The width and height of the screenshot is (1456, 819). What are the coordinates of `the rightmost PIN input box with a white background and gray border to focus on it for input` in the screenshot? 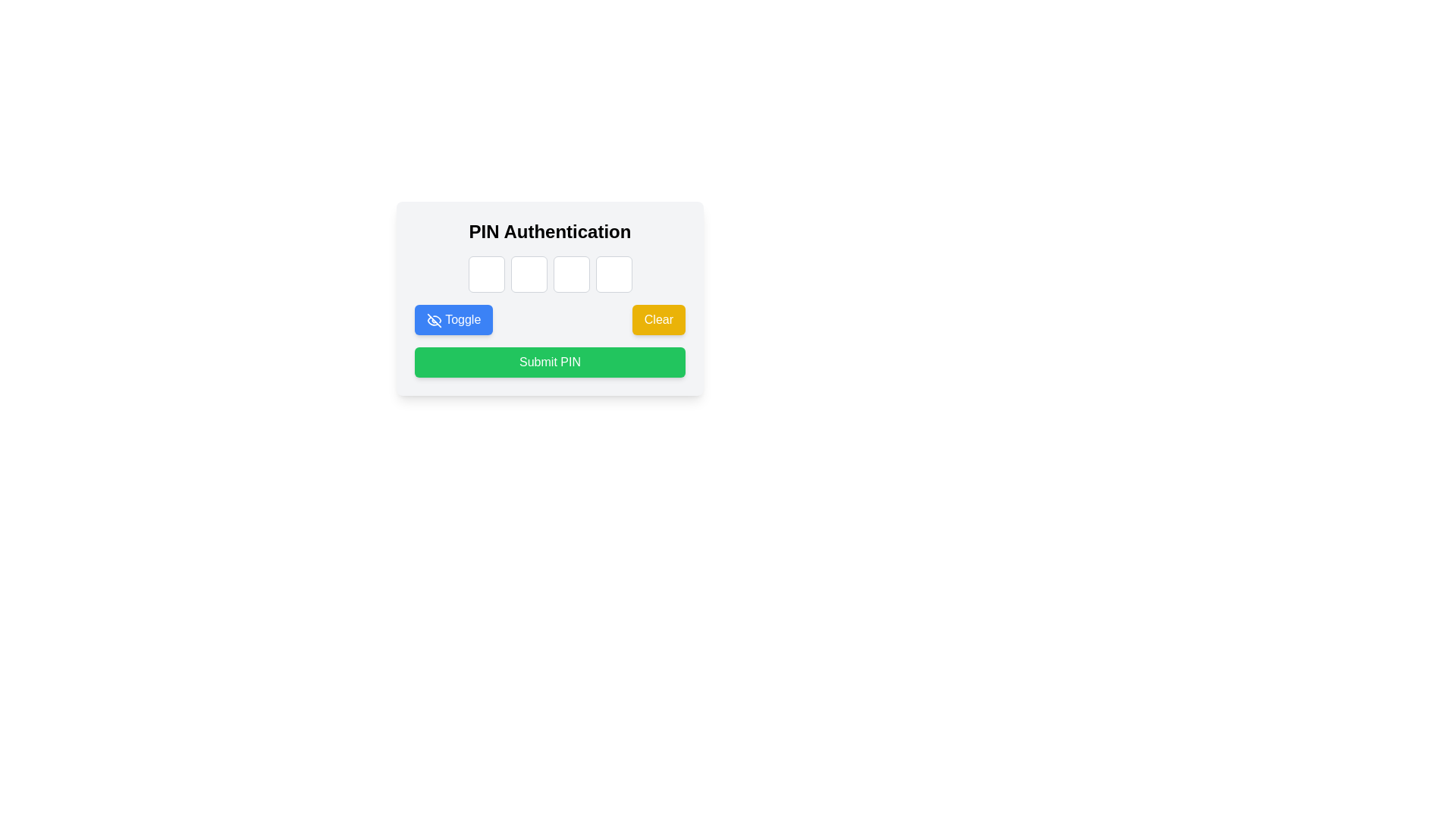 It's located at (613, 275).